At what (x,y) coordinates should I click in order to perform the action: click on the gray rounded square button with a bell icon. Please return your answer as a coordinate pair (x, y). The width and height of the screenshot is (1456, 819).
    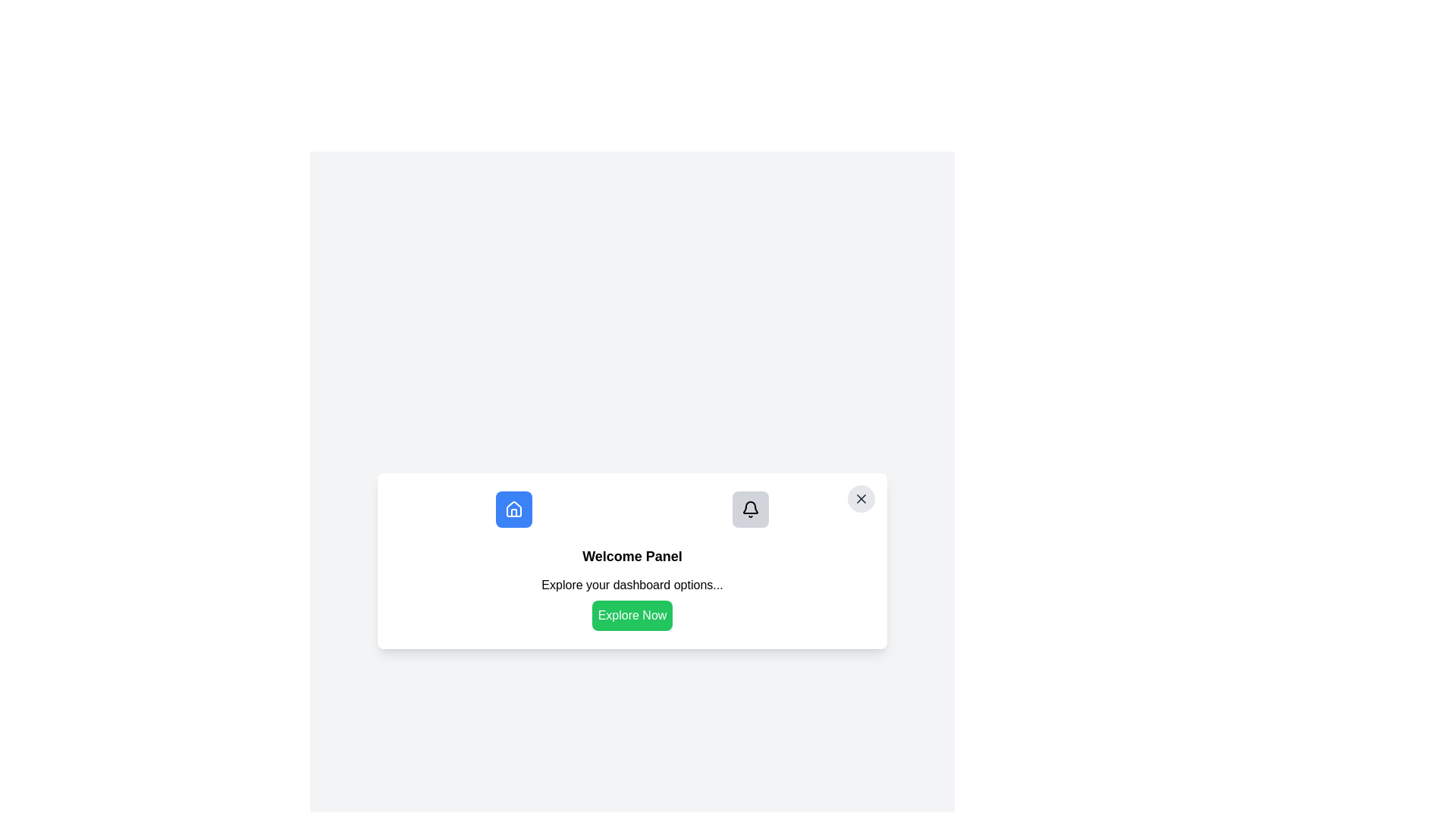
    Looking at the image, I should click on (750, 509).